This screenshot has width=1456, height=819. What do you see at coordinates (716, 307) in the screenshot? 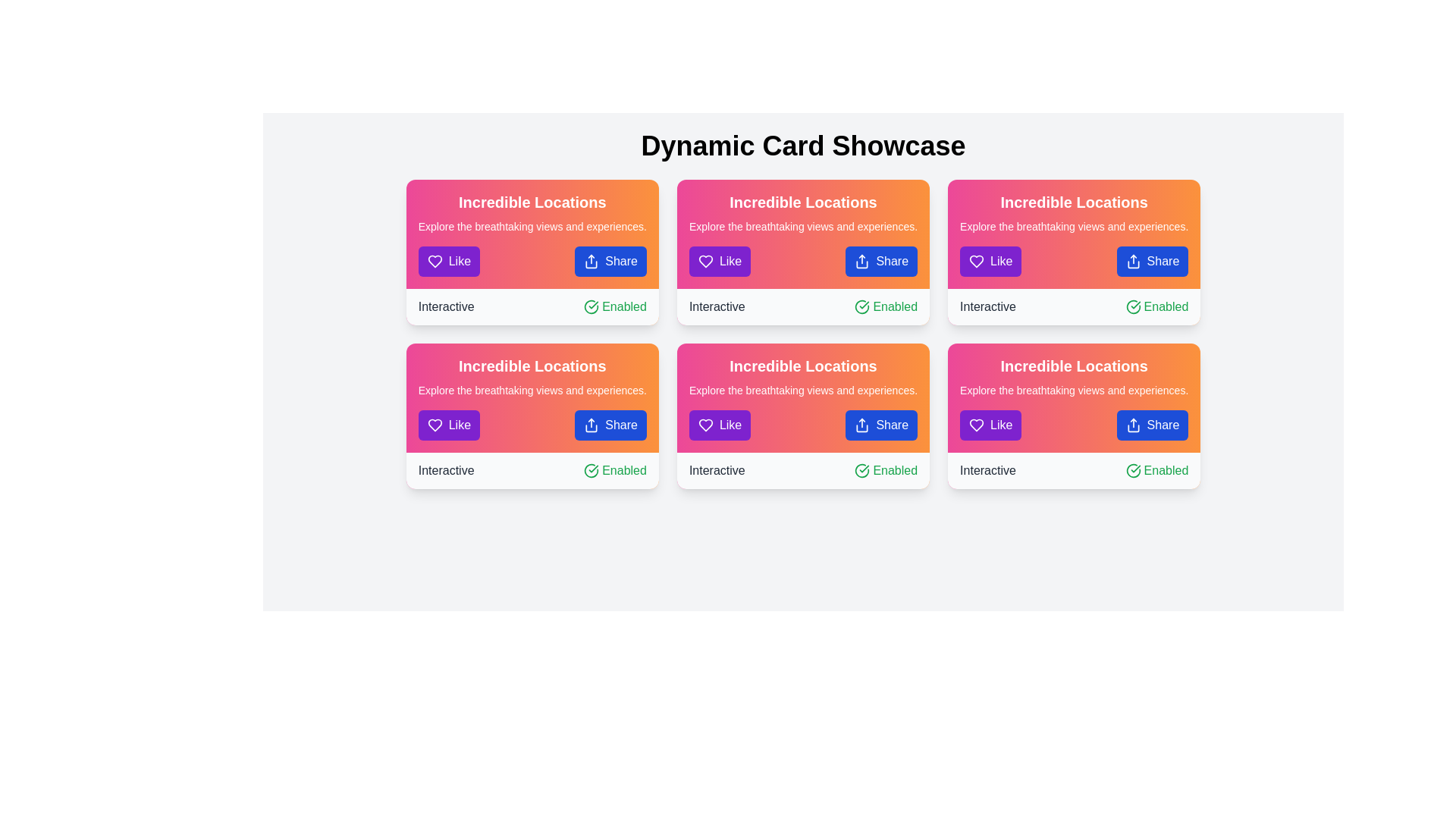
I see `the label indicating the interactivity status of the associated card located in the second column of the top row of the grid layout` at bounding box center [716, 307].